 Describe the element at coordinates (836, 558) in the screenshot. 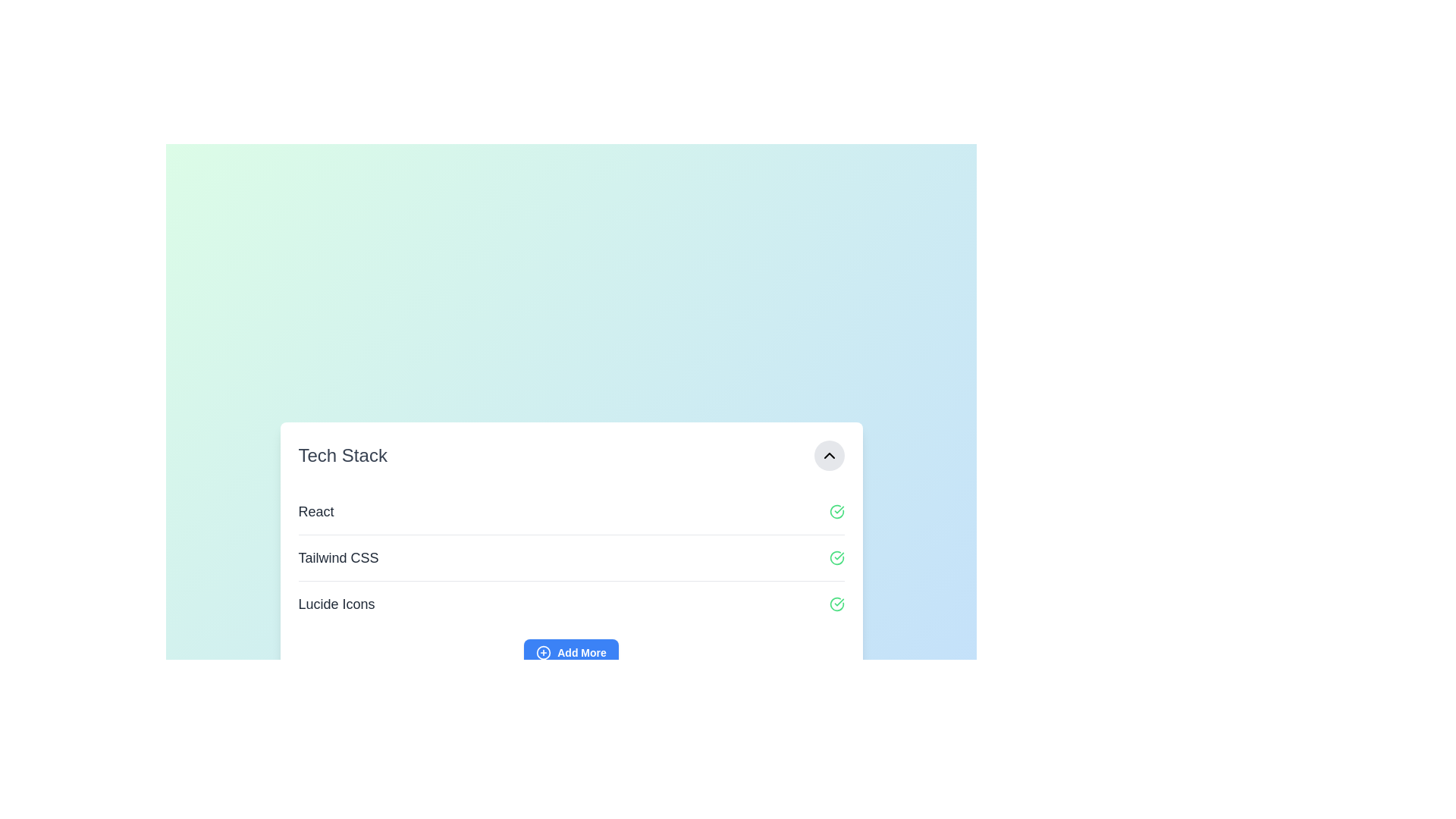

I see `the circular icon with a green border and a check mark inside, located to the right of the 'Tailwind CSS' label` at that location.